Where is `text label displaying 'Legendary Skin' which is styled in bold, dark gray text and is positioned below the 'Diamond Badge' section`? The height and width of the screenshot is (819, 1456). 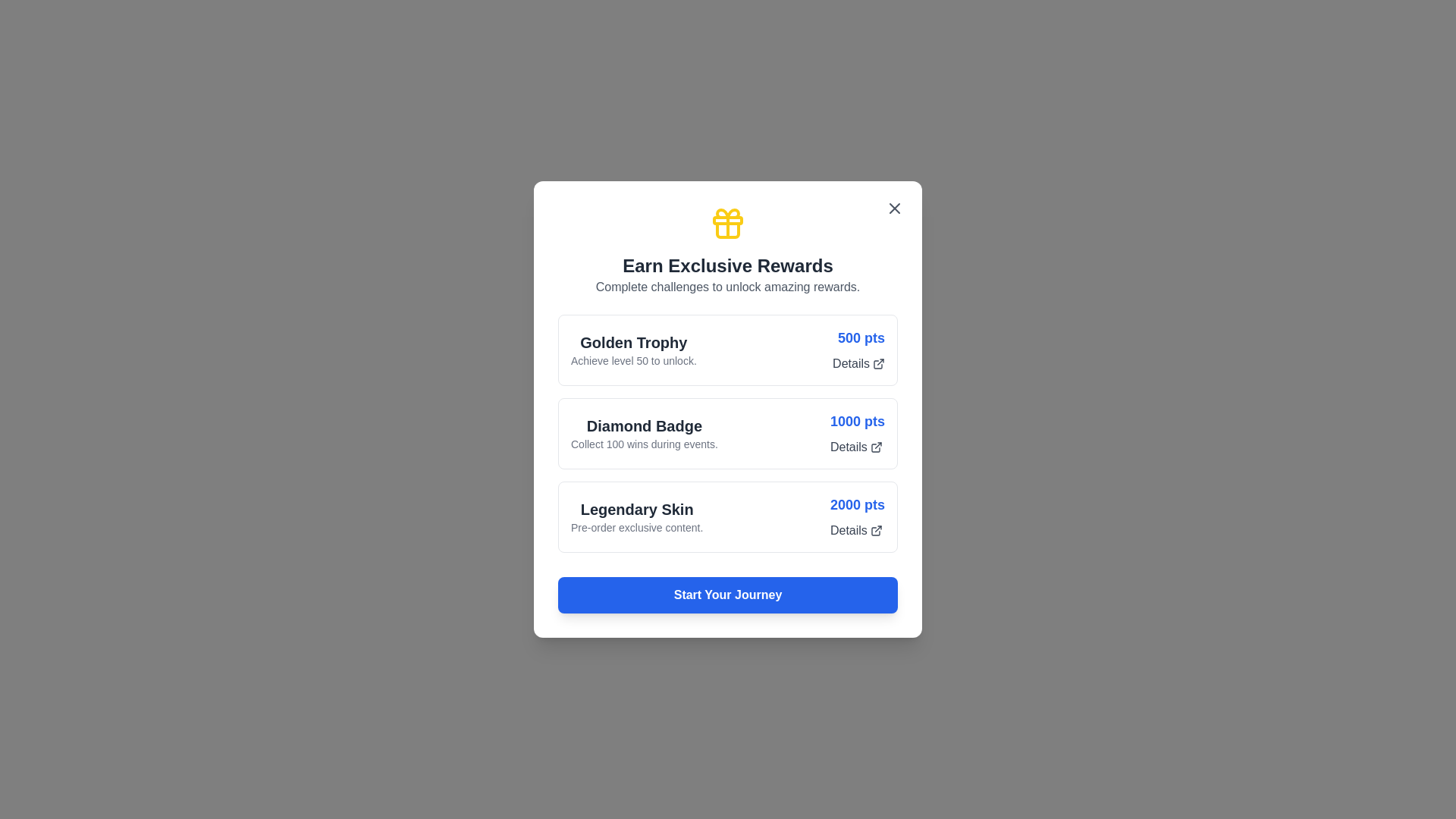
text label displaying 'Legendary Skin' which is styled in bold, dark gray text and is positioned below the 'Diamond Badge' section is located at coordinates (637, 509).